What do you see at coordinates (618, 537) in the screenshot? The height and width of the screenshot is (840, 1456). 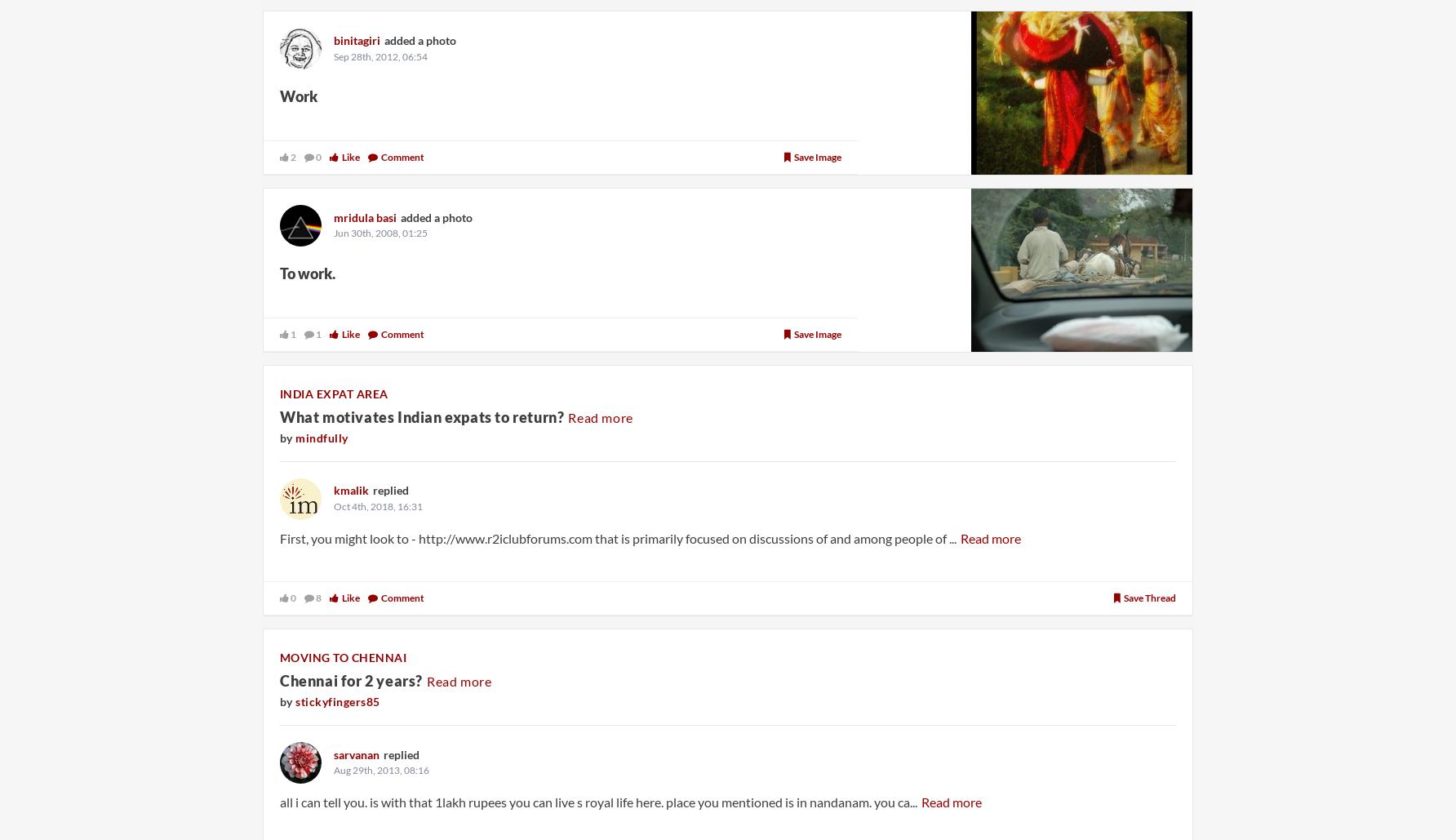 I see `'First, you might look to - http://www.r2iclubforums.com that is primarily focused on discussions of and among people of ...'` at bounding box center [618, 537].